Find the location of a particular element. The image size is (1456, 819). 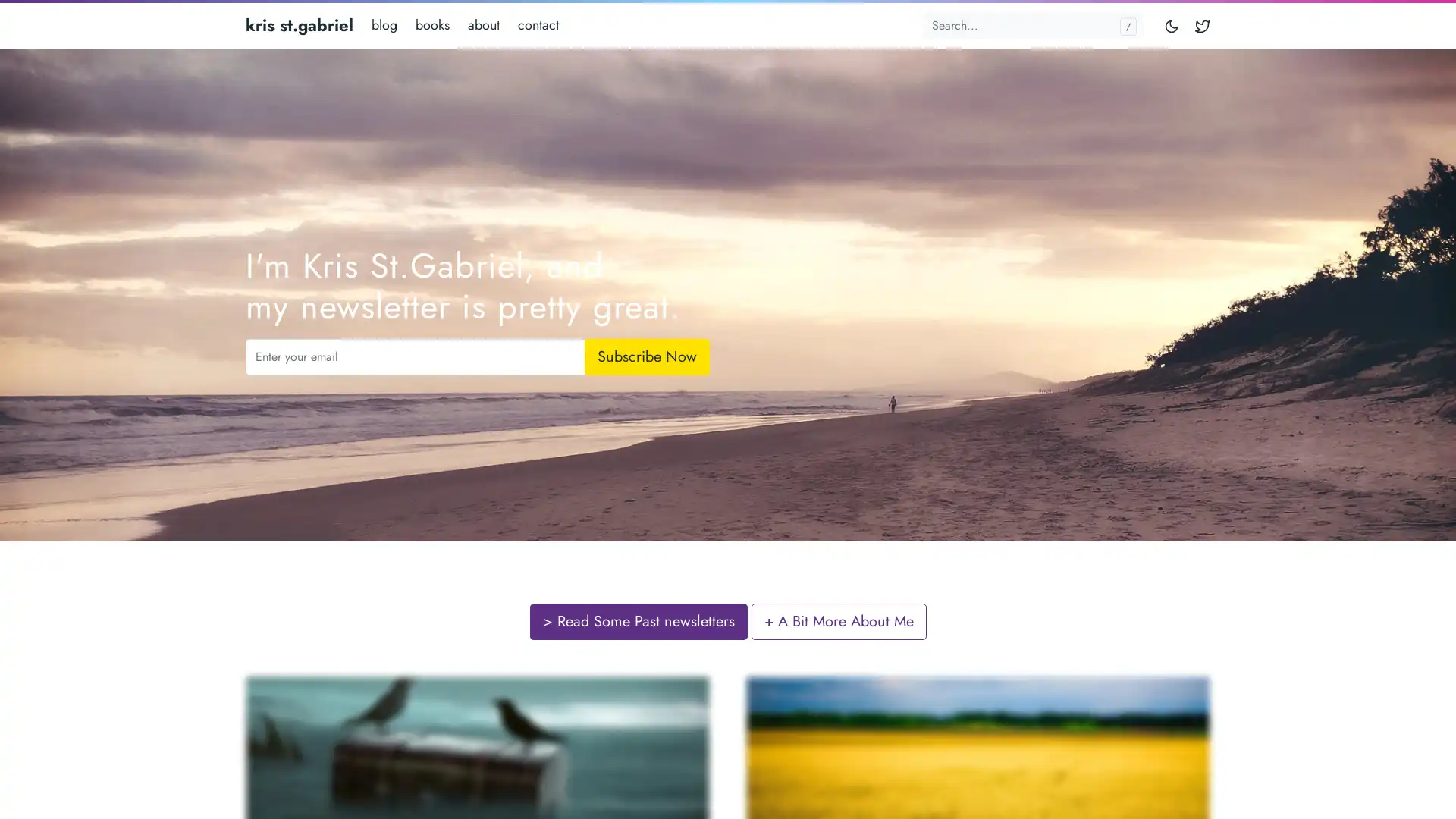

Subscribe Now is located at coordinates (647, 356).